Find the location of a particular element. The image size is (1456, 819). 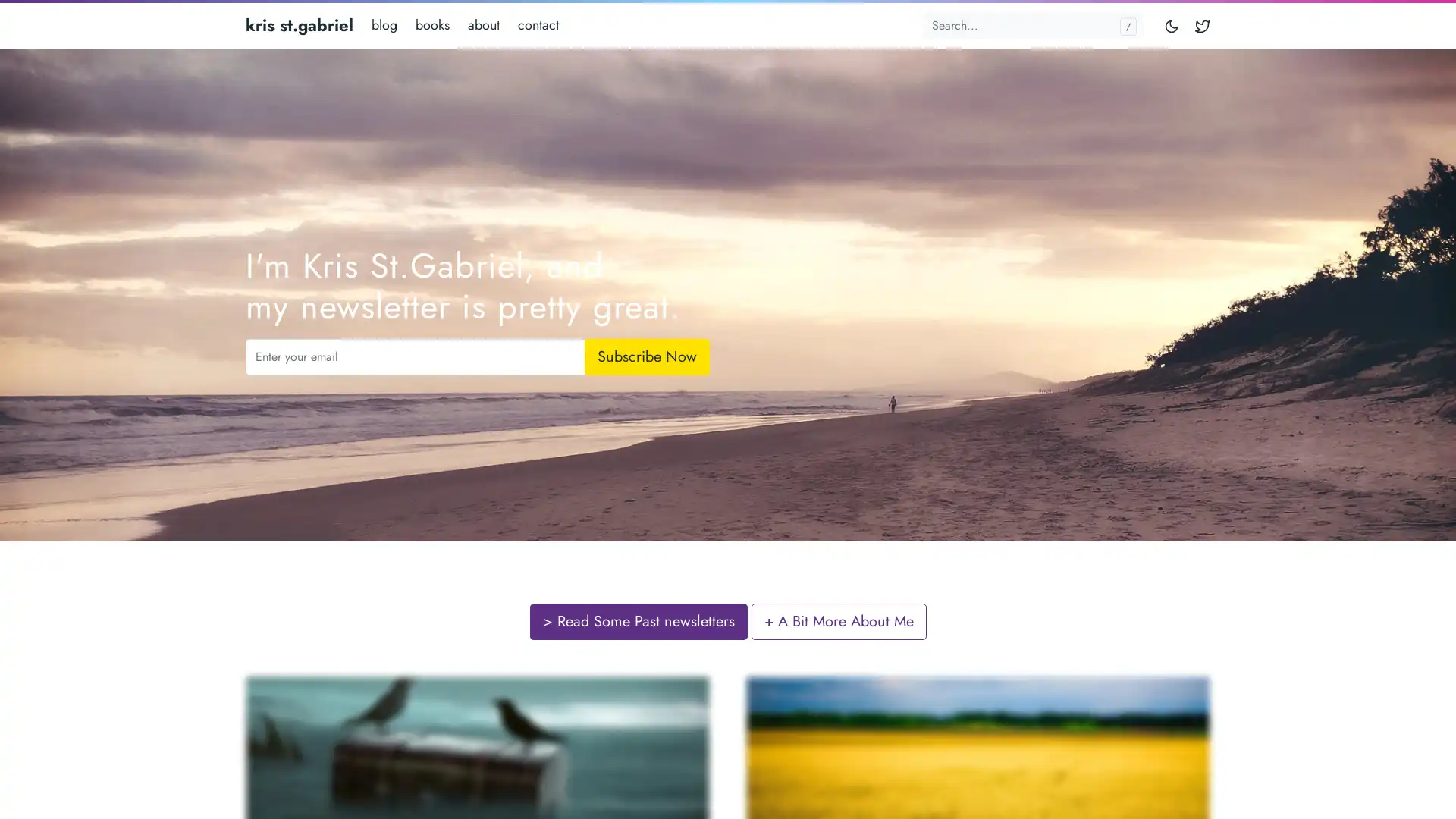

Subscribe Now is located at coordinates (647, 356).